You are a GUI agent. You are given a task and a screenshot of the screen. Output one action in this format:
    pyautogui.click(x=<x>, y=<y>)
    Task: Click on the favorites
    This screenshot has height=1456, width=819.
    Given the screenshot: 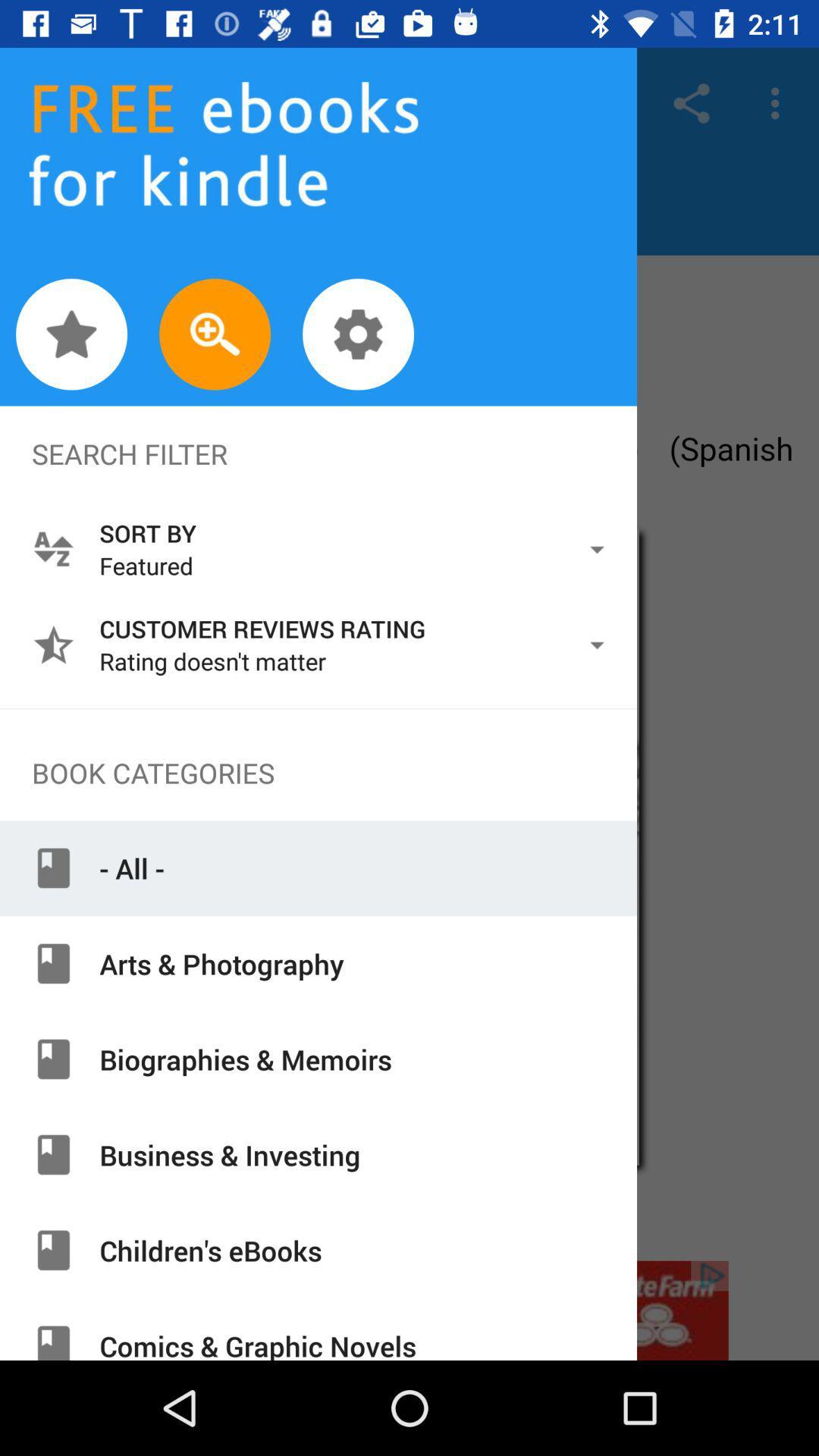 What is the action you would take?
    pyautogui.click(x=71, y=334)
    